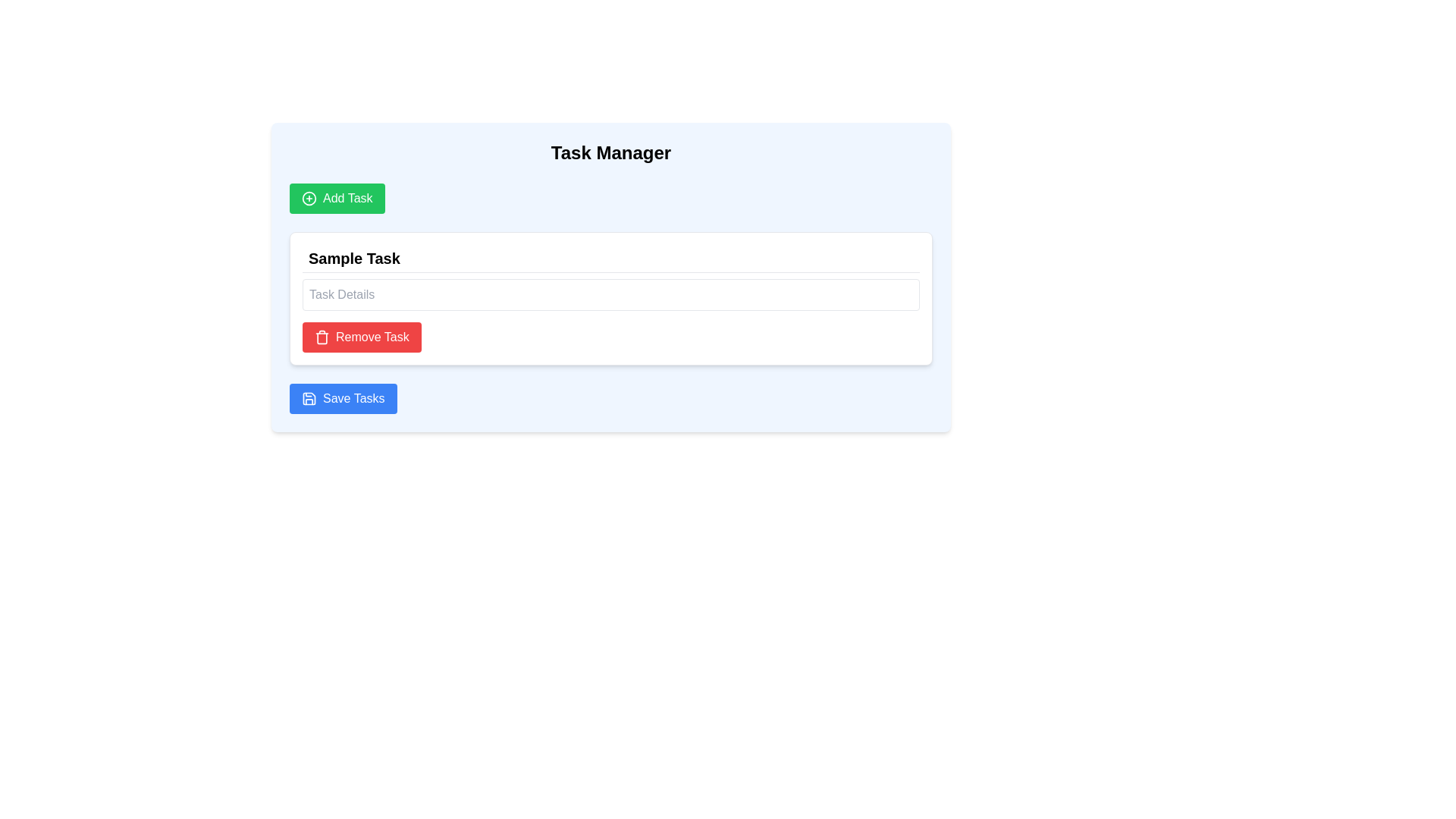 The height and width of the screenshot is (819, 1456). What do you see at coordinates (346, 198) in the screenshot?
I see `the 'Add Task' text label within the green 'Add Task' button` at bounding box center [346, 198].